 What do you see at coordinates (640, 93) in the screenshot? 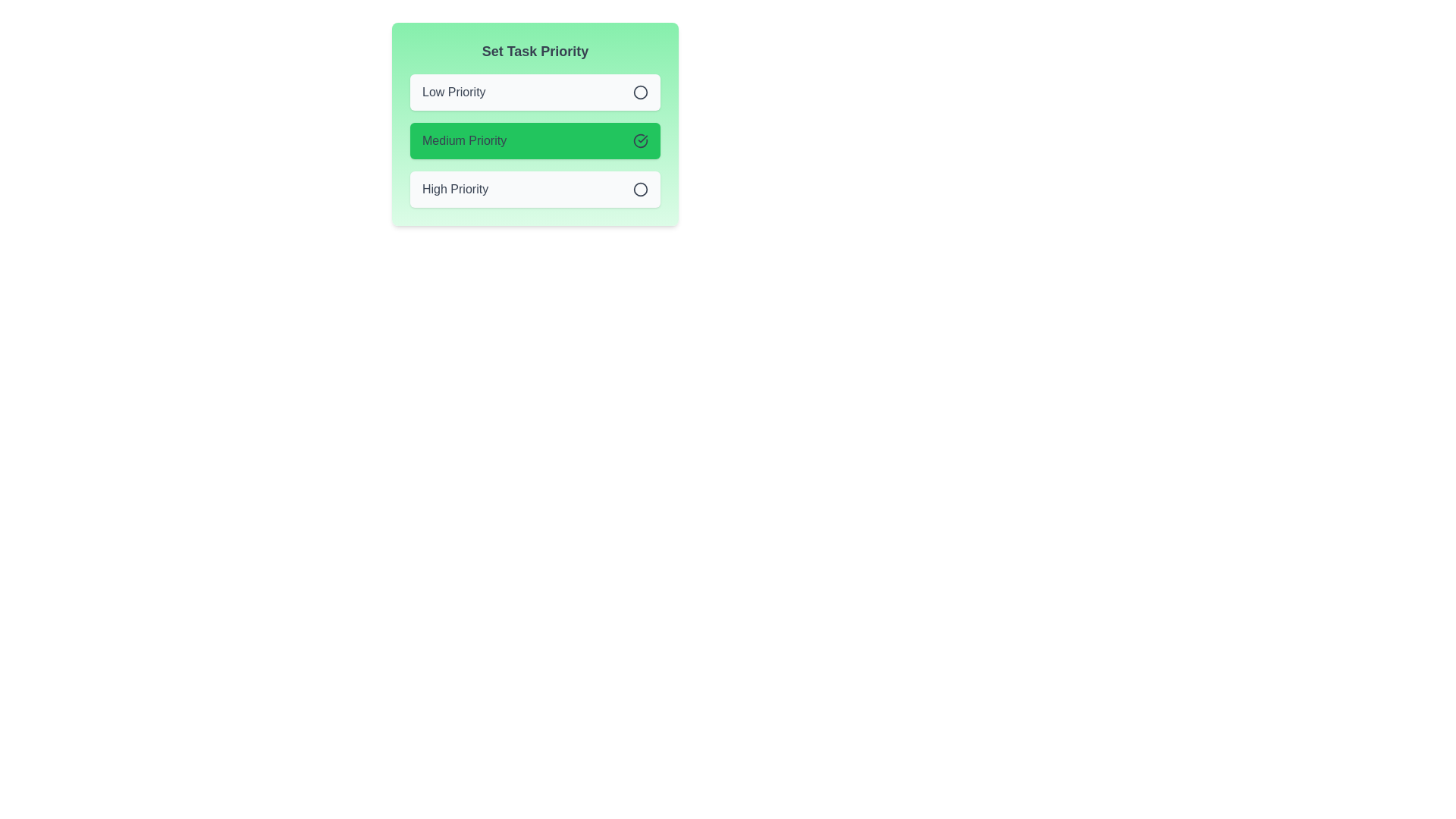
I see `the small outlined circle icon with a thin black border and white interior, located at the far right of the 'Low Priority' button in the 'Set Task Priority' list` at bounding box center [640, 93].